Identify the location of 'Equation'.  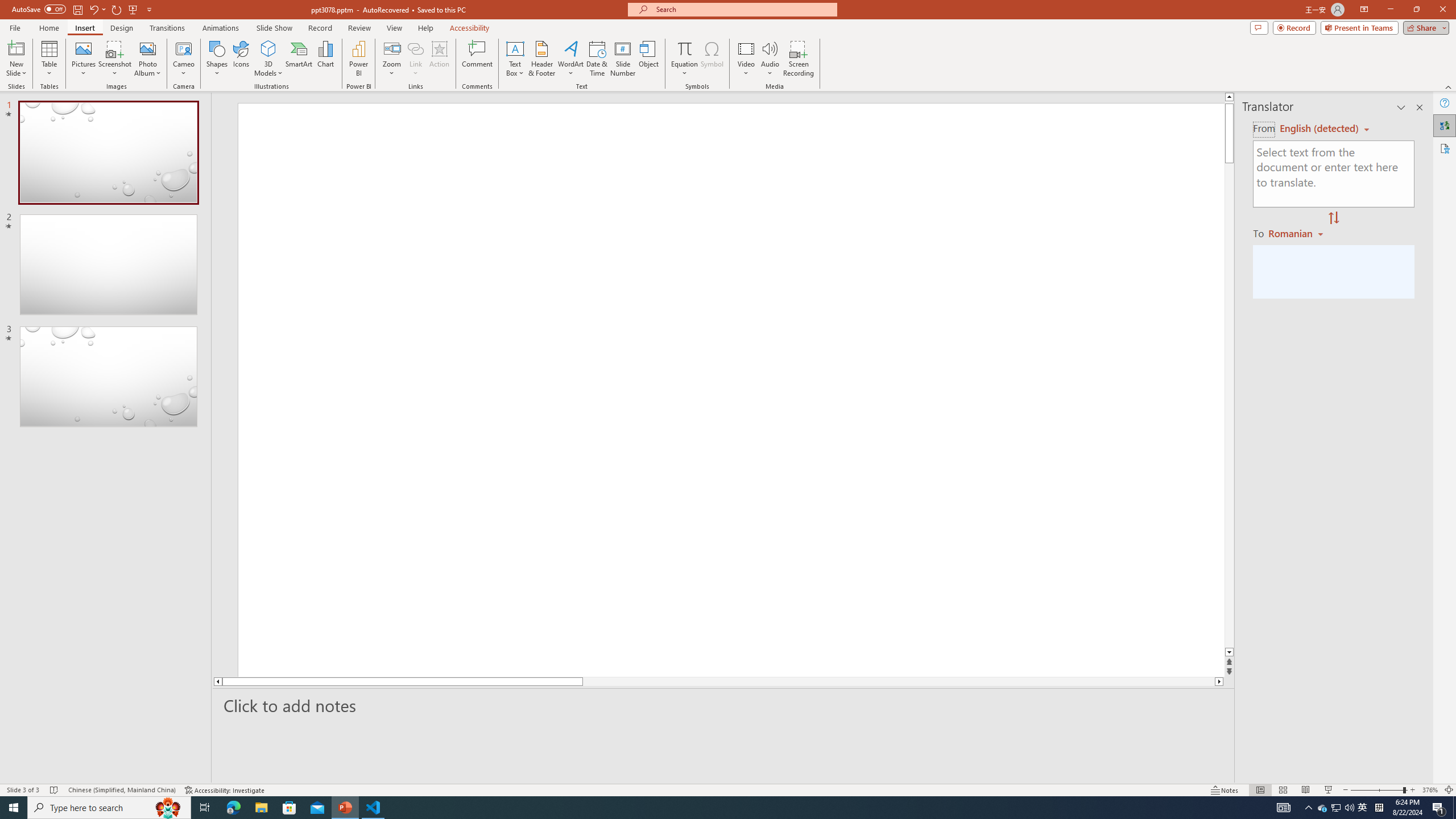
(684, 59).